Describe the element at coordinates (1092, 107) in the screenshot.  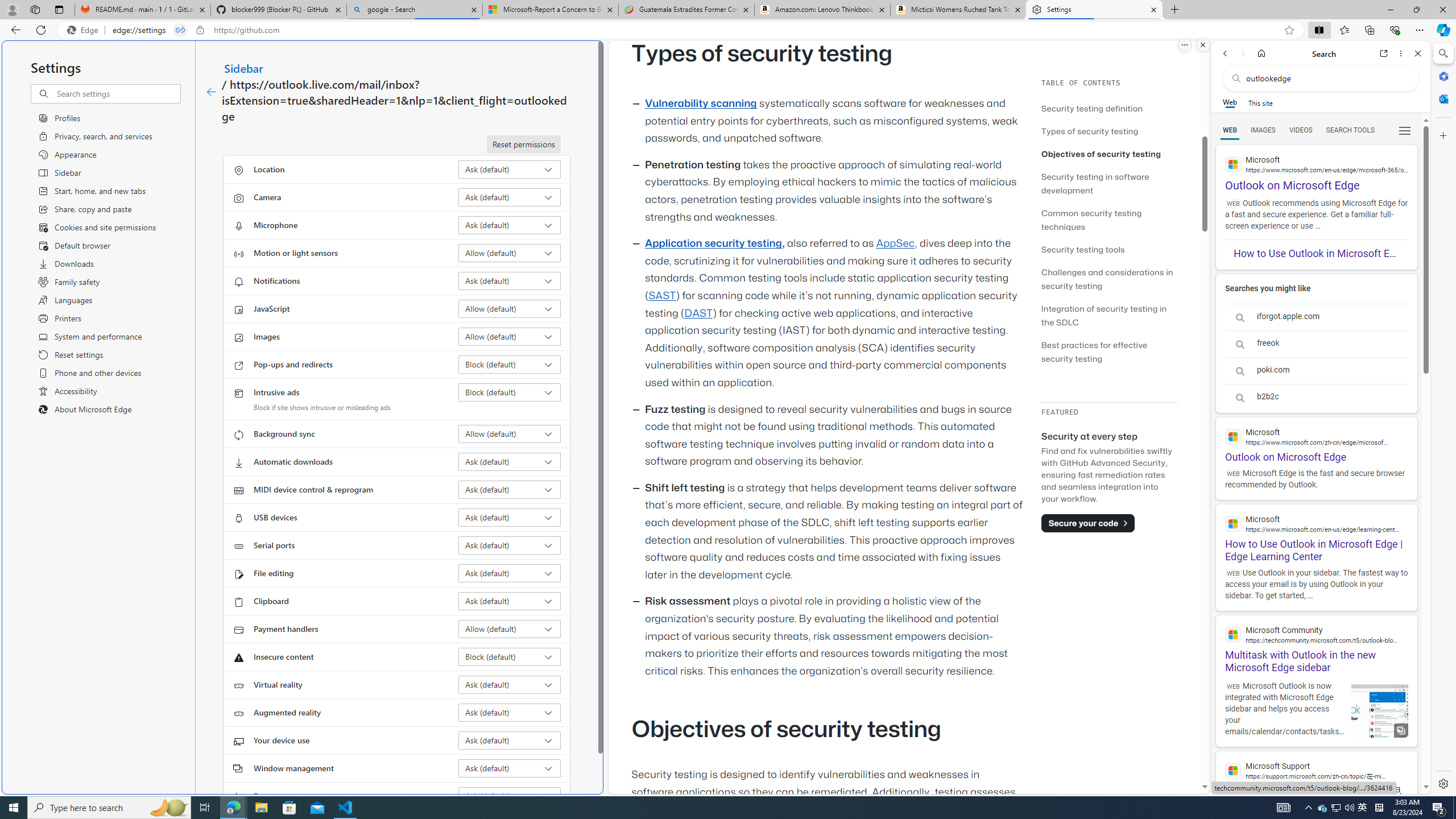
I see `'Security testing definition'` at that location.